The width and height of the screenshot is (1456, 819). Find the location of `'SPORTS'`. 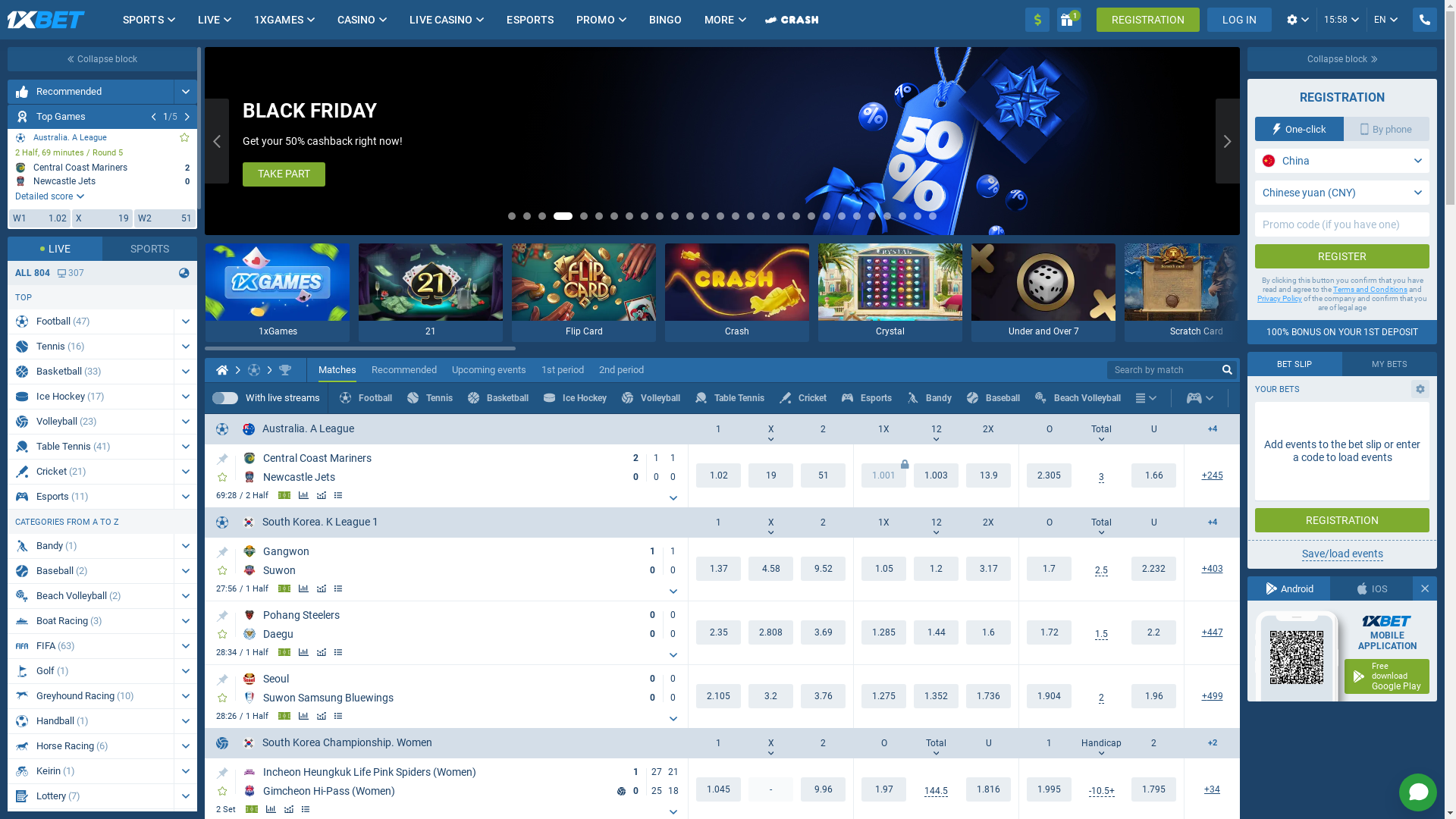

'SPORTS' is located at coordinates (143, 20).